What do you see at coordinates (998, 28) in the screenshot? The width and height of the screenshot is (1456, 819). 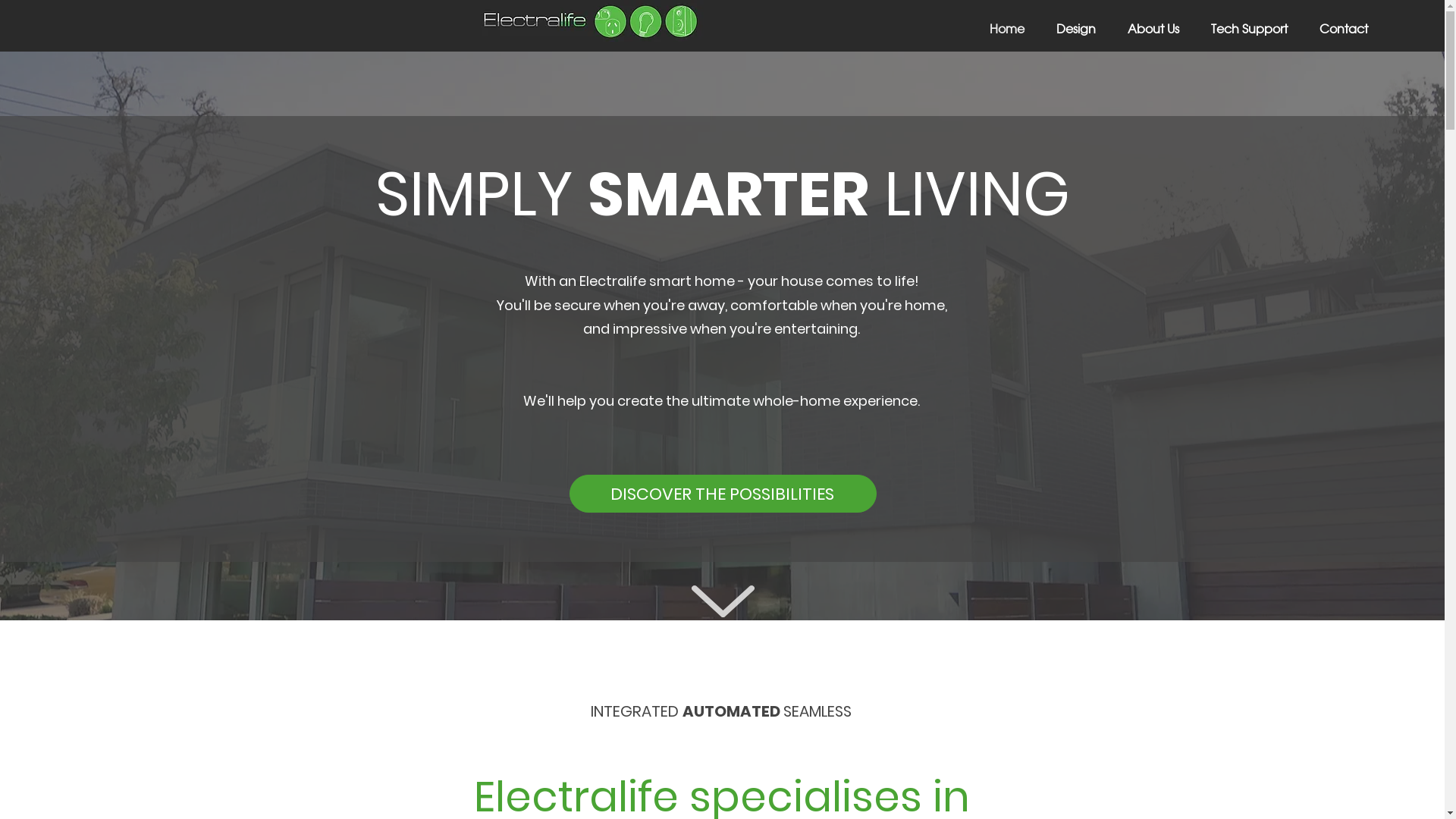 I see `'Home'` at bounding box center [998, 28].